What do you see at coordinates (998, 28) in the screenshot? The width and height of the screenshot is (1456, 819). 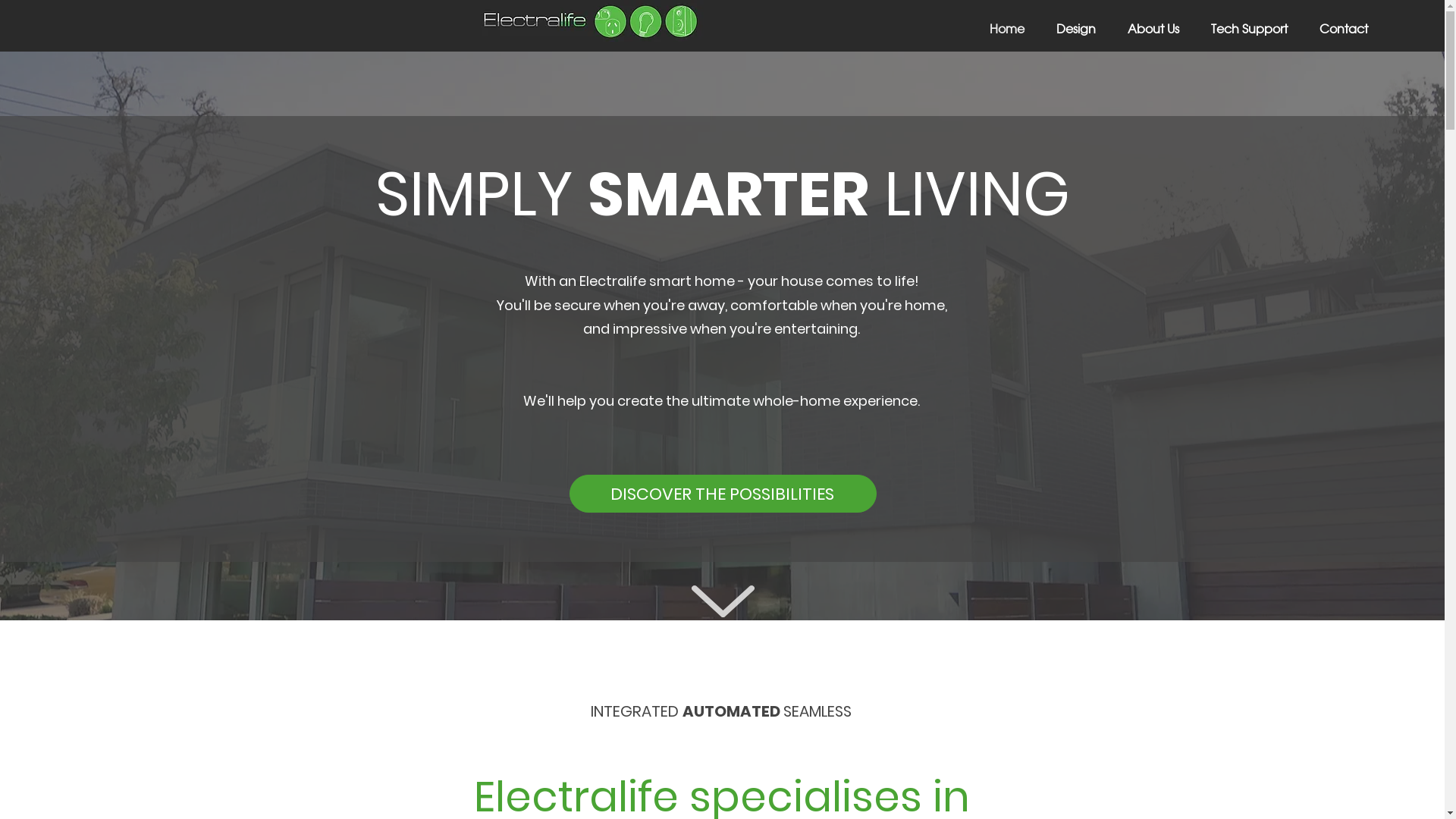 I see `'Home'` at bounding box center [998, 28].